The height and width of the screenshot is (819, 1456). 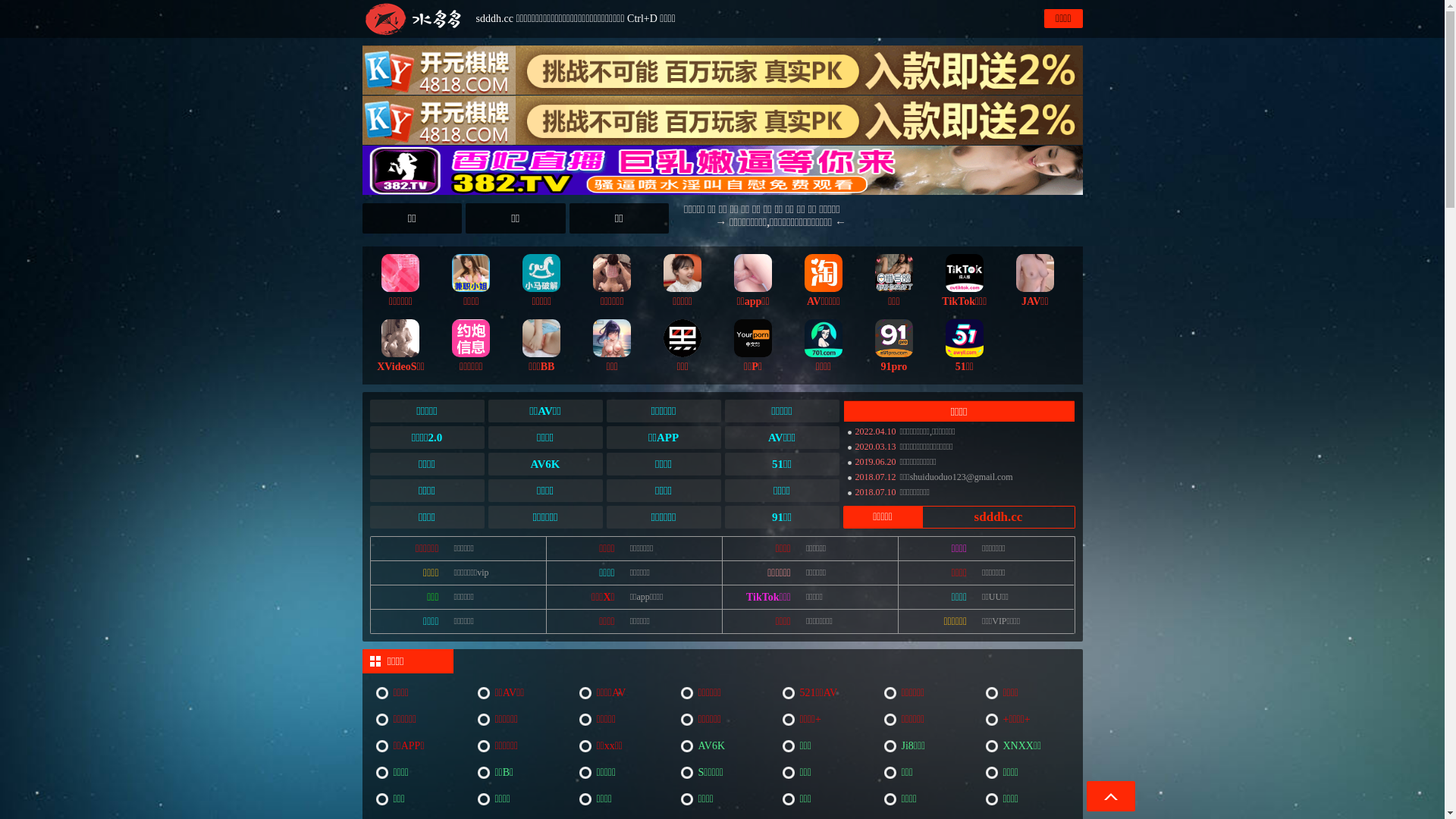 What do you see at coordinates (894, 344) in the screenshot?
I see `'91pro'` at bounding box center [894, 344].